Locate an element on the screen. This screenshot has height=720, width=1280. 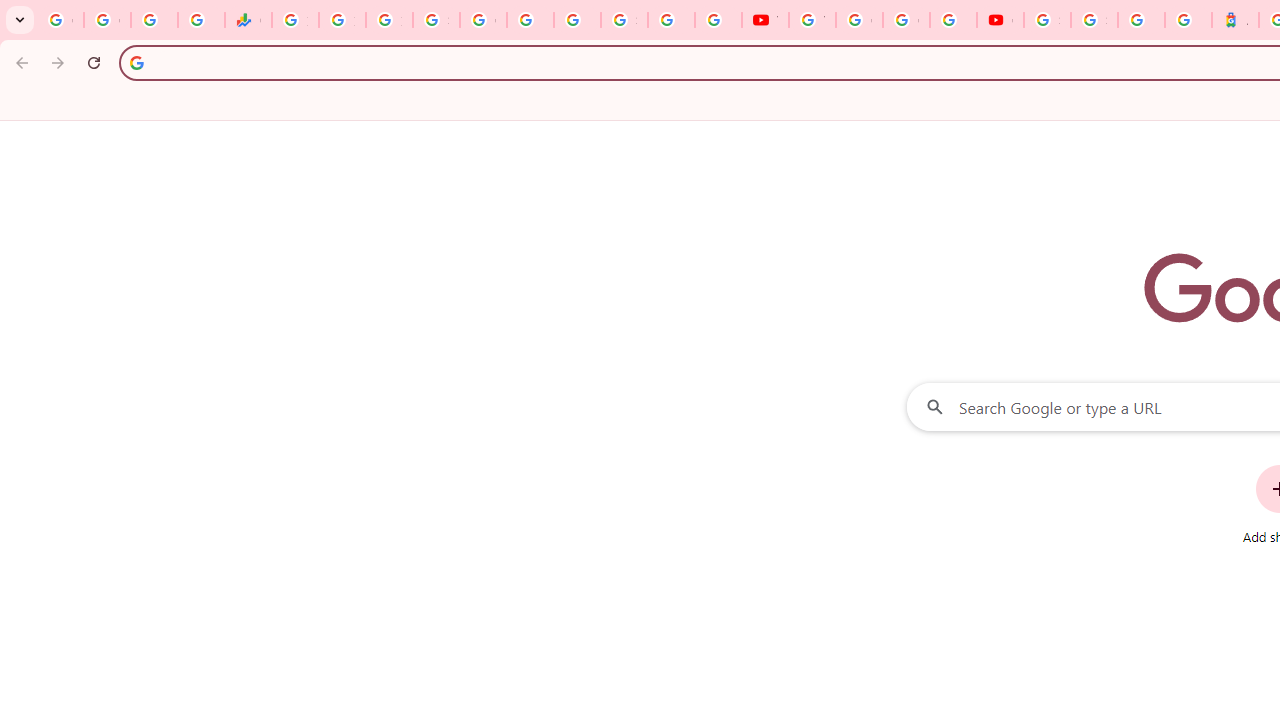
'YouTube' is located at coordinates (764, 20).